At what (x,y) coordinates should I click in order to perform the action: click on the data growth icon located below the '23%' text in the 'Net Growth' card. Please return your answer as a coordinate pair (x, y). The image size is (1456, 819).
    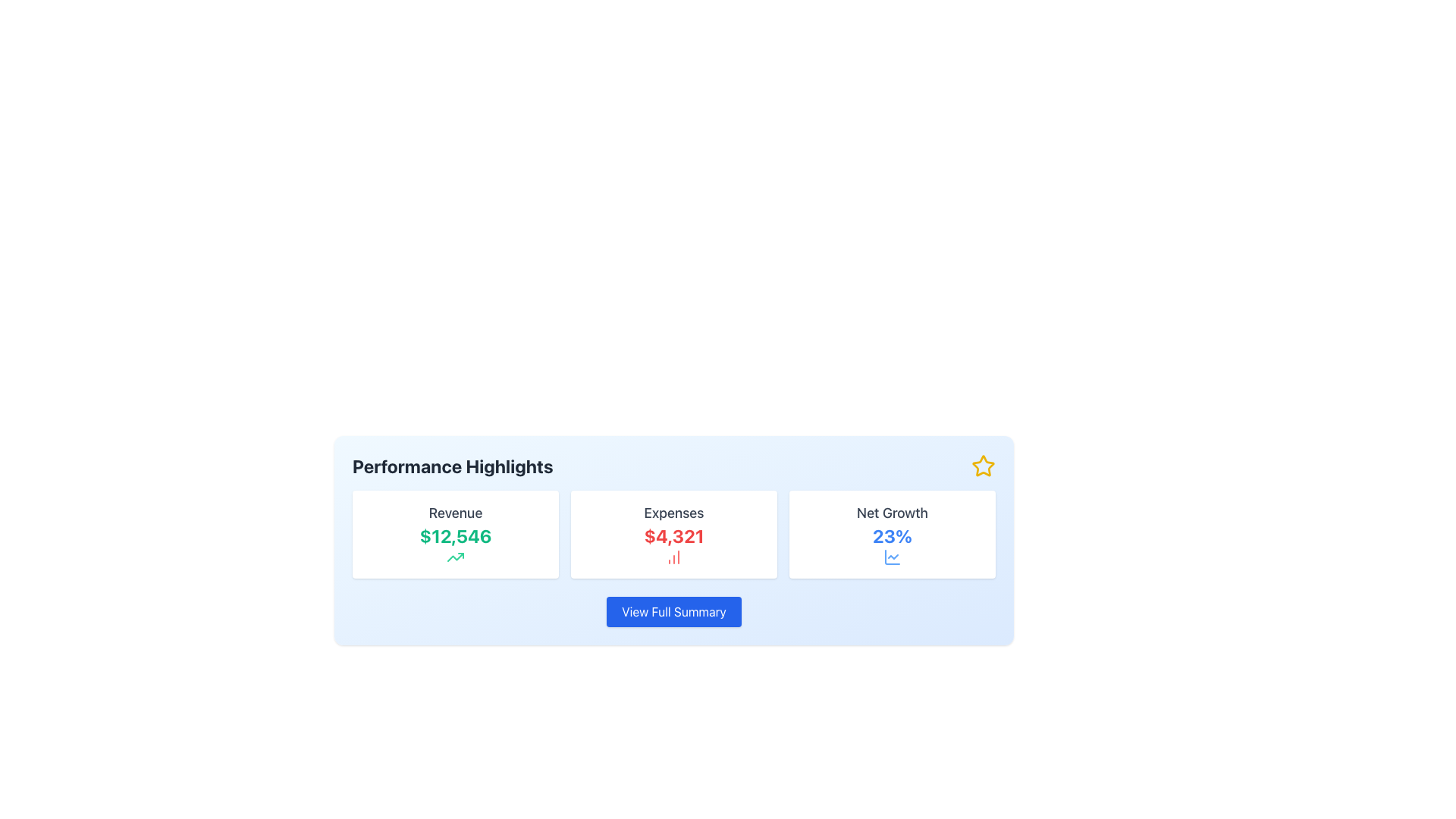
    Looking at the image, I should click on (892, 557).